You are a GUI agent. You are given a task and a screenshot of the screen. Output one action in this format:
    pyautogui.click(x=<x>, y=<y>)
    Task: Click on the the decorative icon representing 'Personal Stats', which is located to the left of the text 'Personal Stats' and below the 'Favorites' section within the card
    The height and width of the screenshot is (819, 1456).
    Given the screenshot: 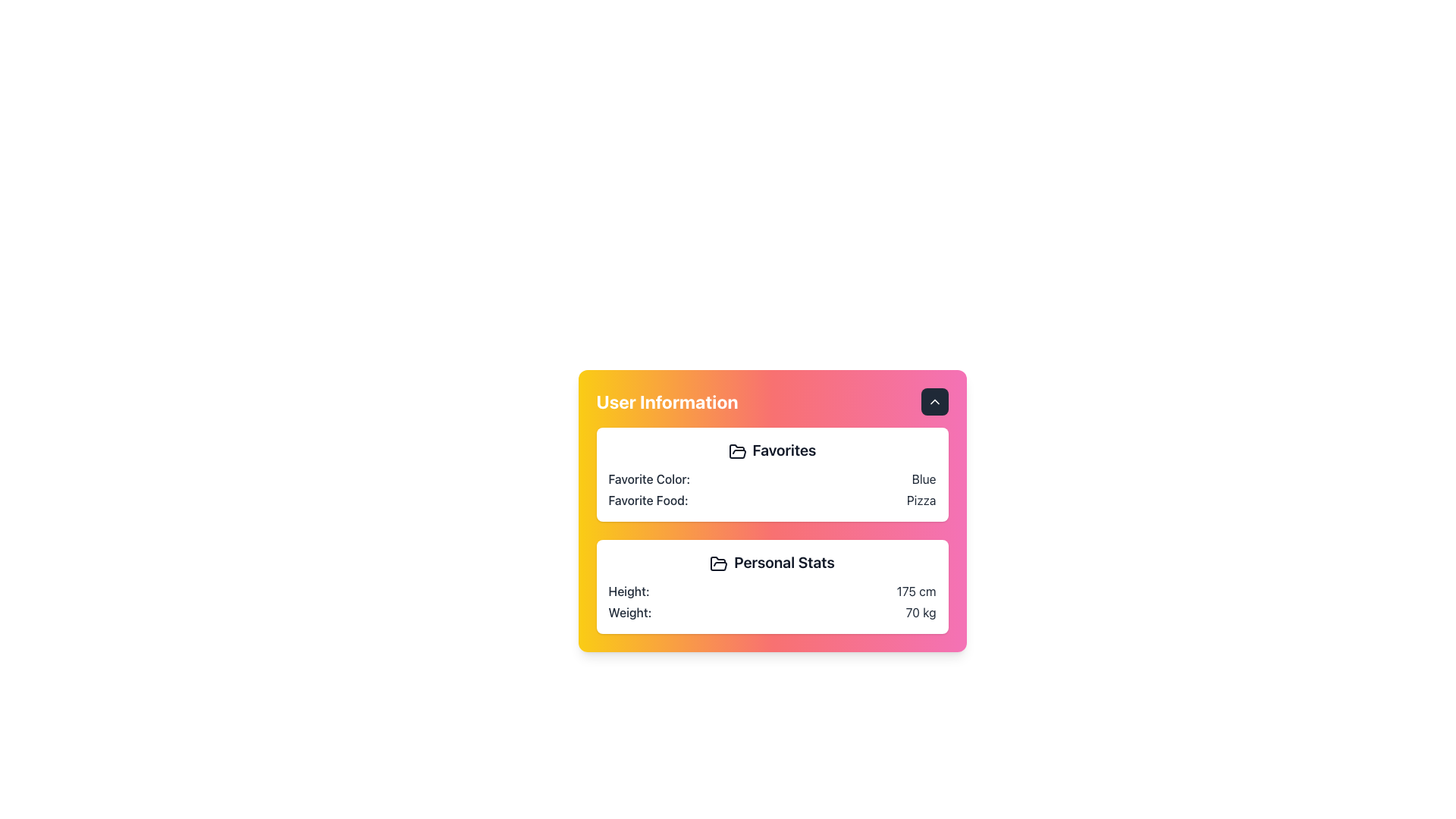 What is the action you would take?
    pyautogui.click(x=718, y=563)
    